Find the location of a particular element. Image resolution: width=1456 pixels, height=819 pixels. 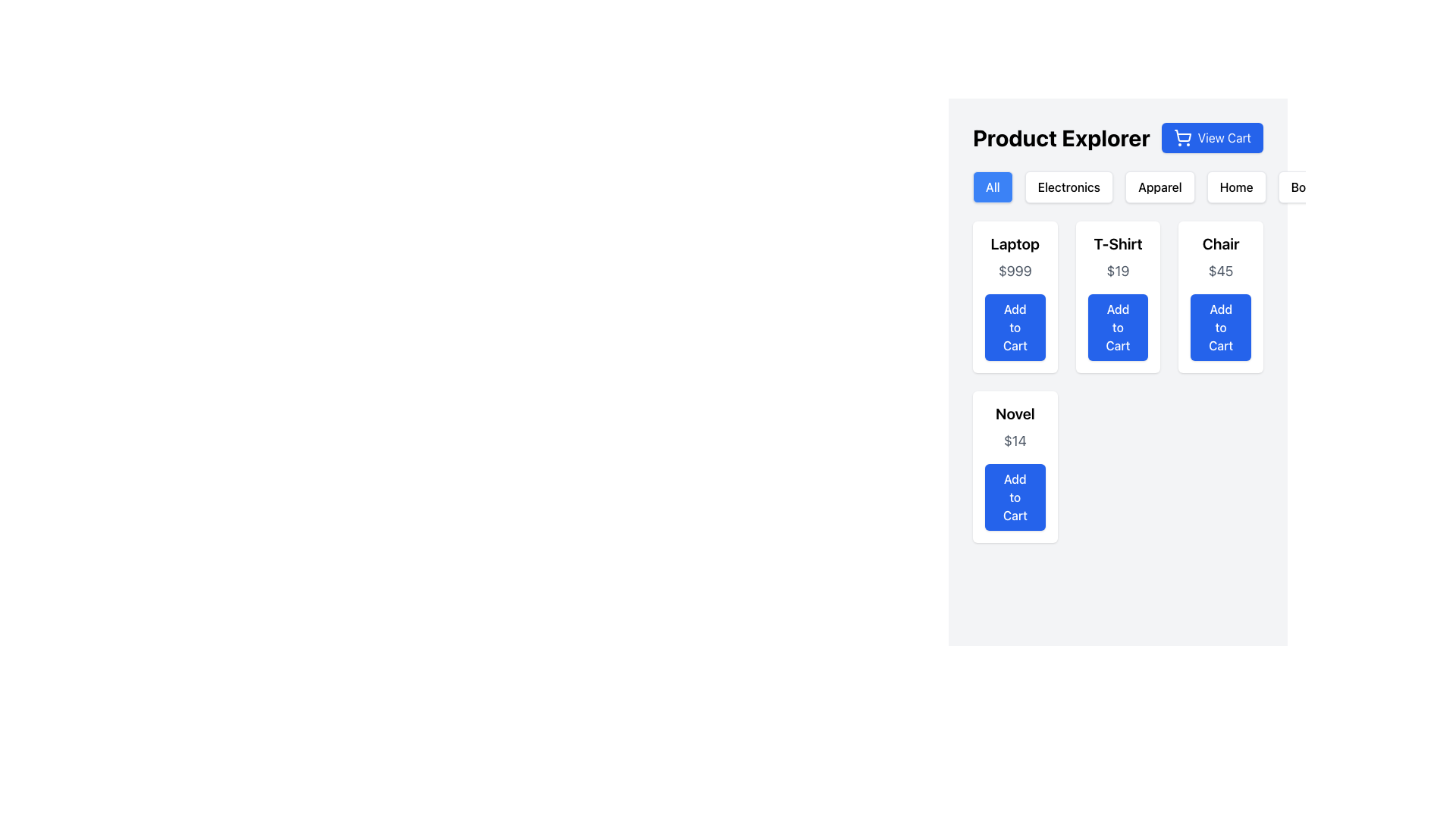

the 'Add to Cart' button with a blue background and white bold text, located at the bottom of the product card is located at coordinates (1015, 327).